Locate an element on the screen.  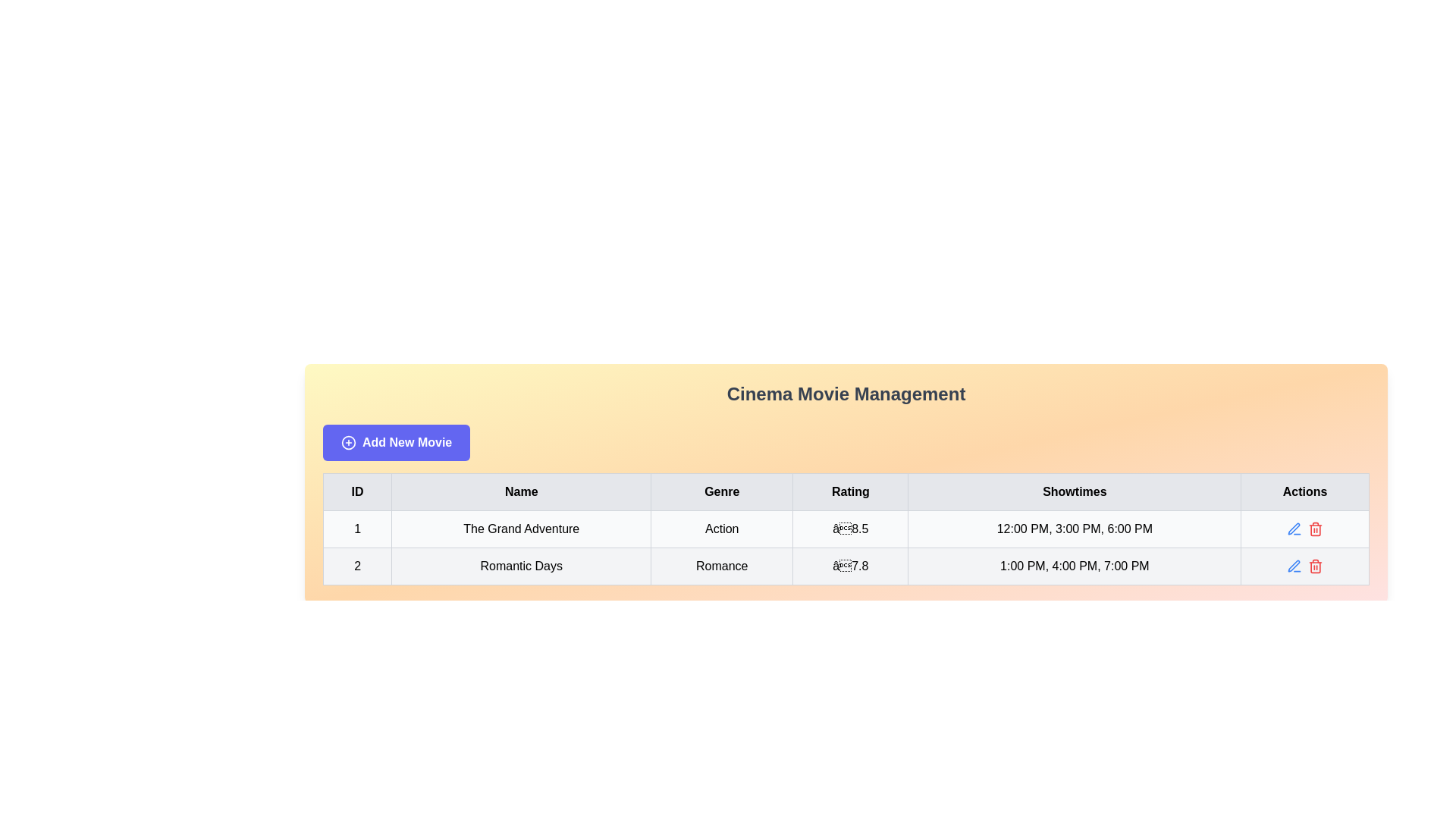
the red delete icon in the action set for removing the movie 'Romantic Days' is located at coordinates (1304, 529).